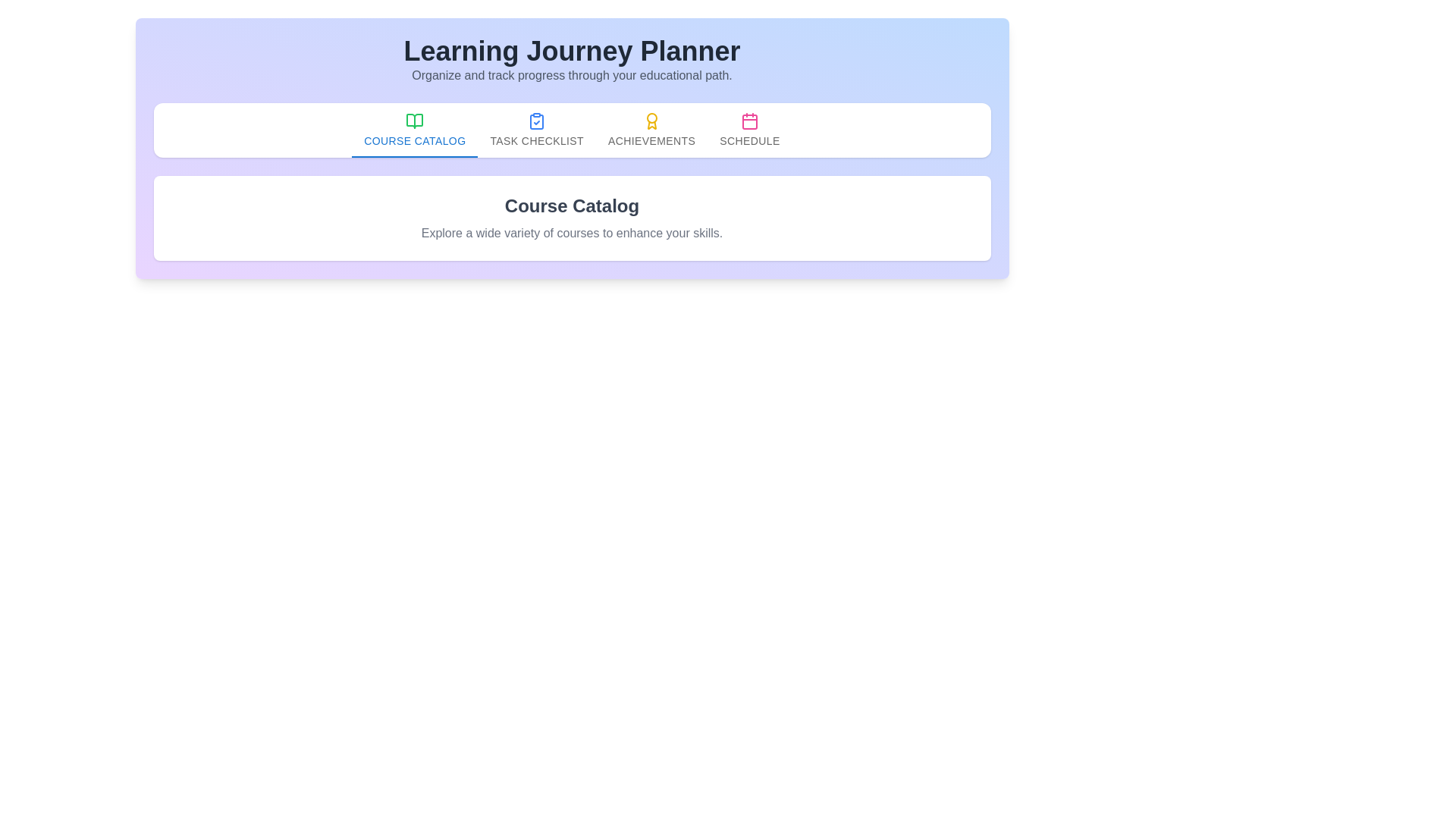 The width and height of the screenshot is (1456, 819). What do you see at coordinates (415, 121) in the screenshot?
I see `the open book icon located in the 'COURSE CATALOG' navigation tab area, positioned centrally above the text label 'COURSE CATALOG'` at bounding box center [415, 121].